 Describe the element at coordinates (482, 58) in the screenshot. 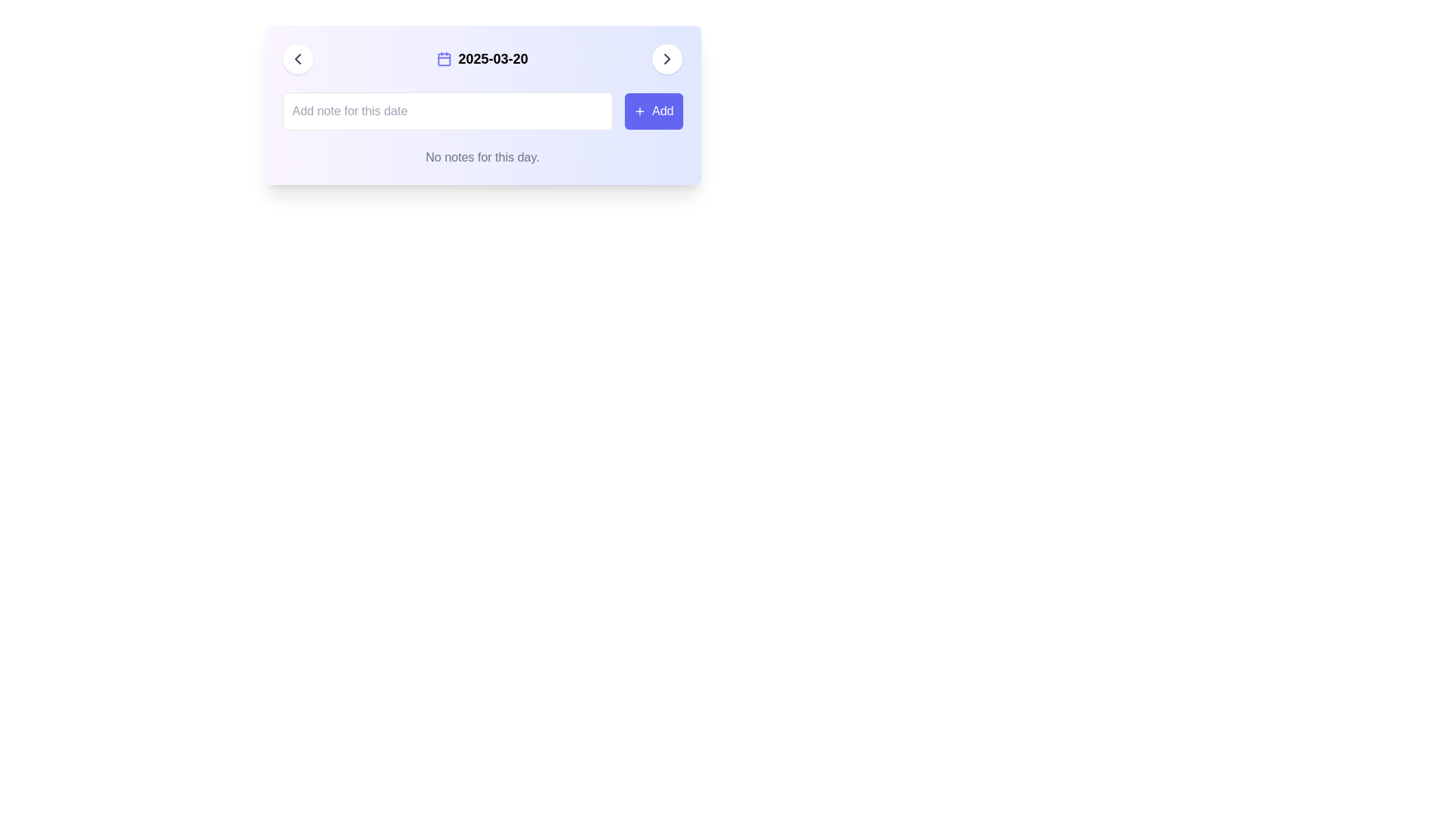

I see `the static text element displaying the currently selected date, which is centrally located at the top of the rectangular card panel` at that location.